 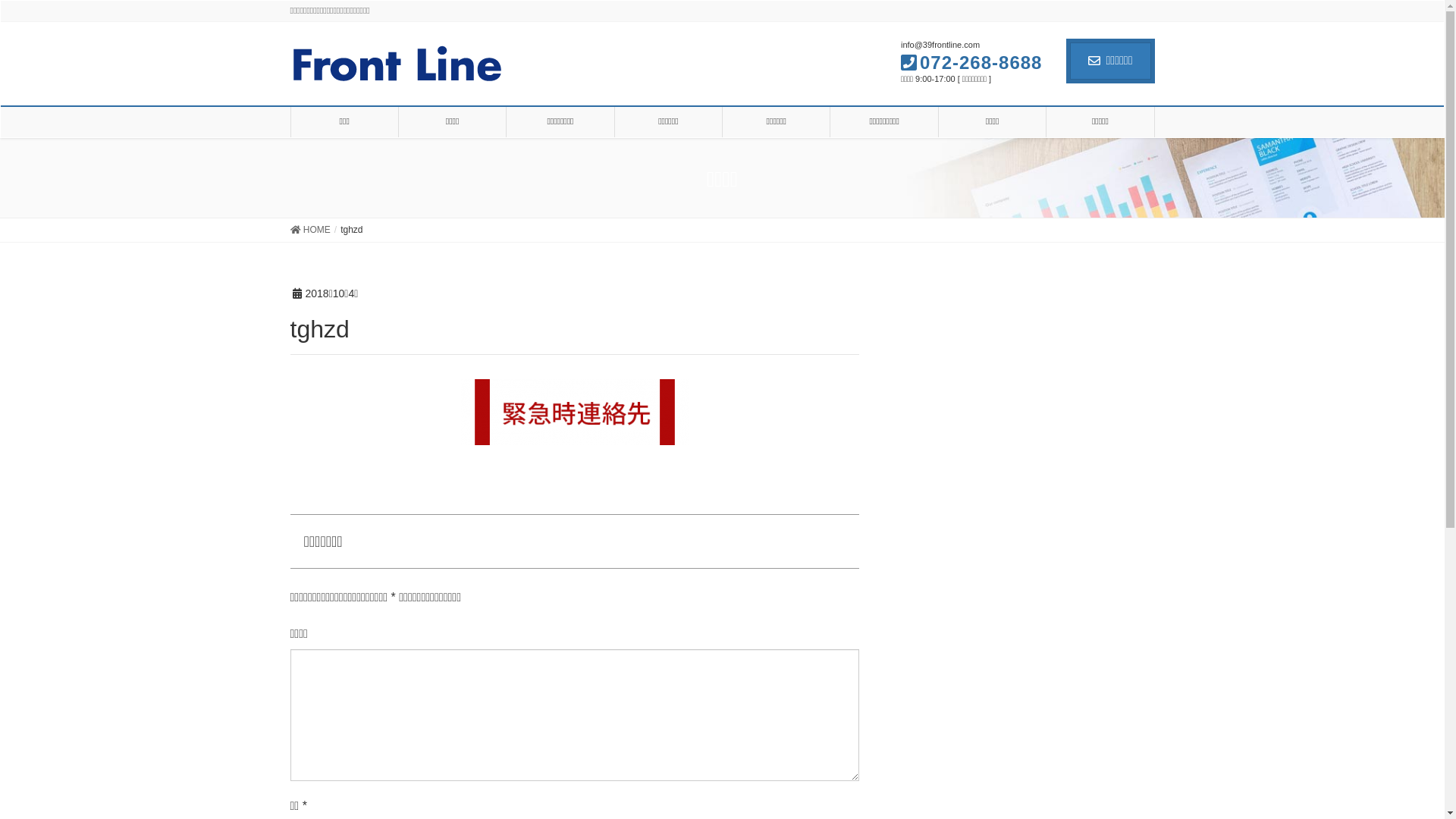 I want to click on 'HOME', so click(x=309, y=231).